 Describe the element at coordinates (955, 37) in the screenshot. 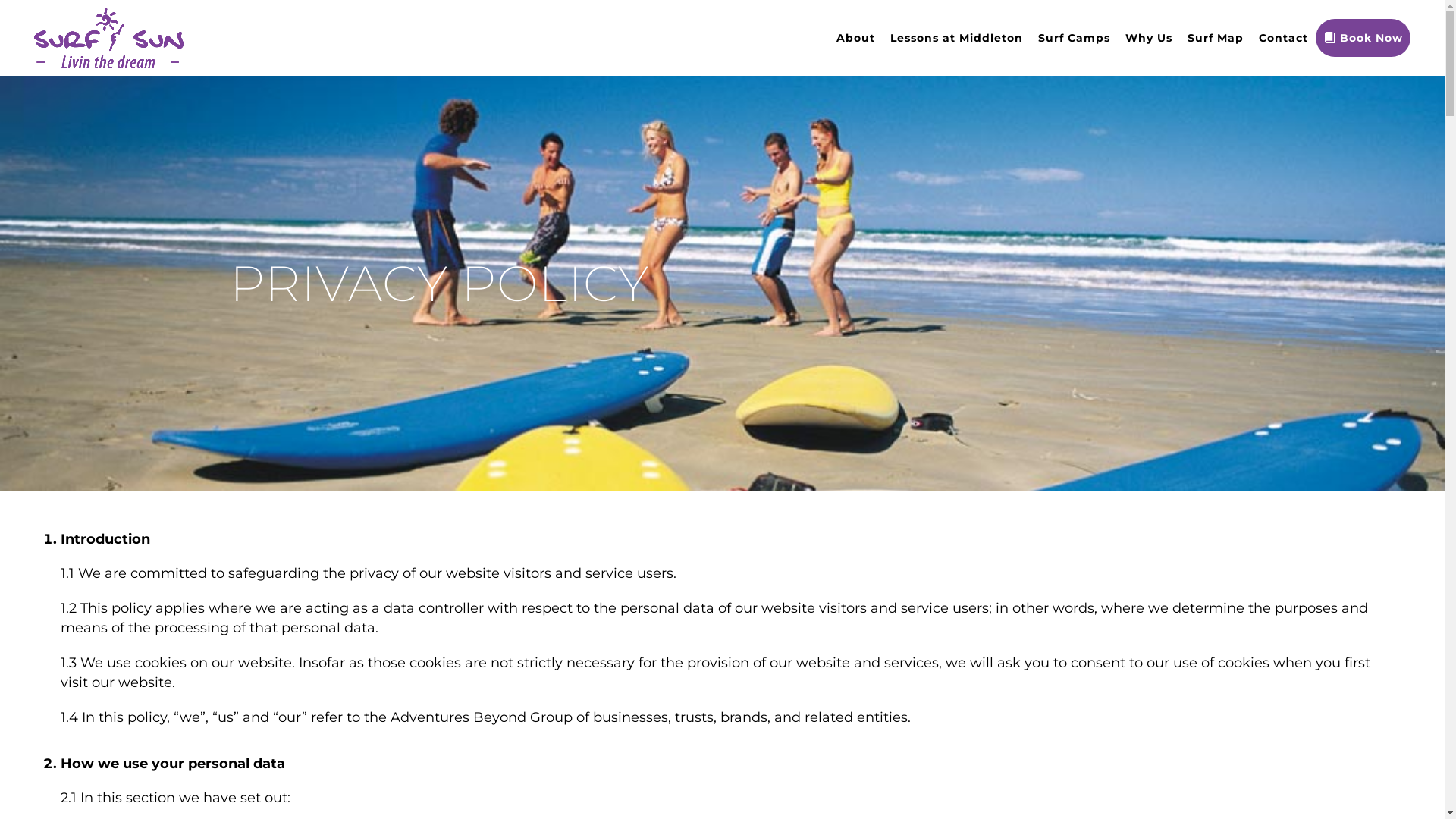

I see `'Lessons at Middleton'` at that location.